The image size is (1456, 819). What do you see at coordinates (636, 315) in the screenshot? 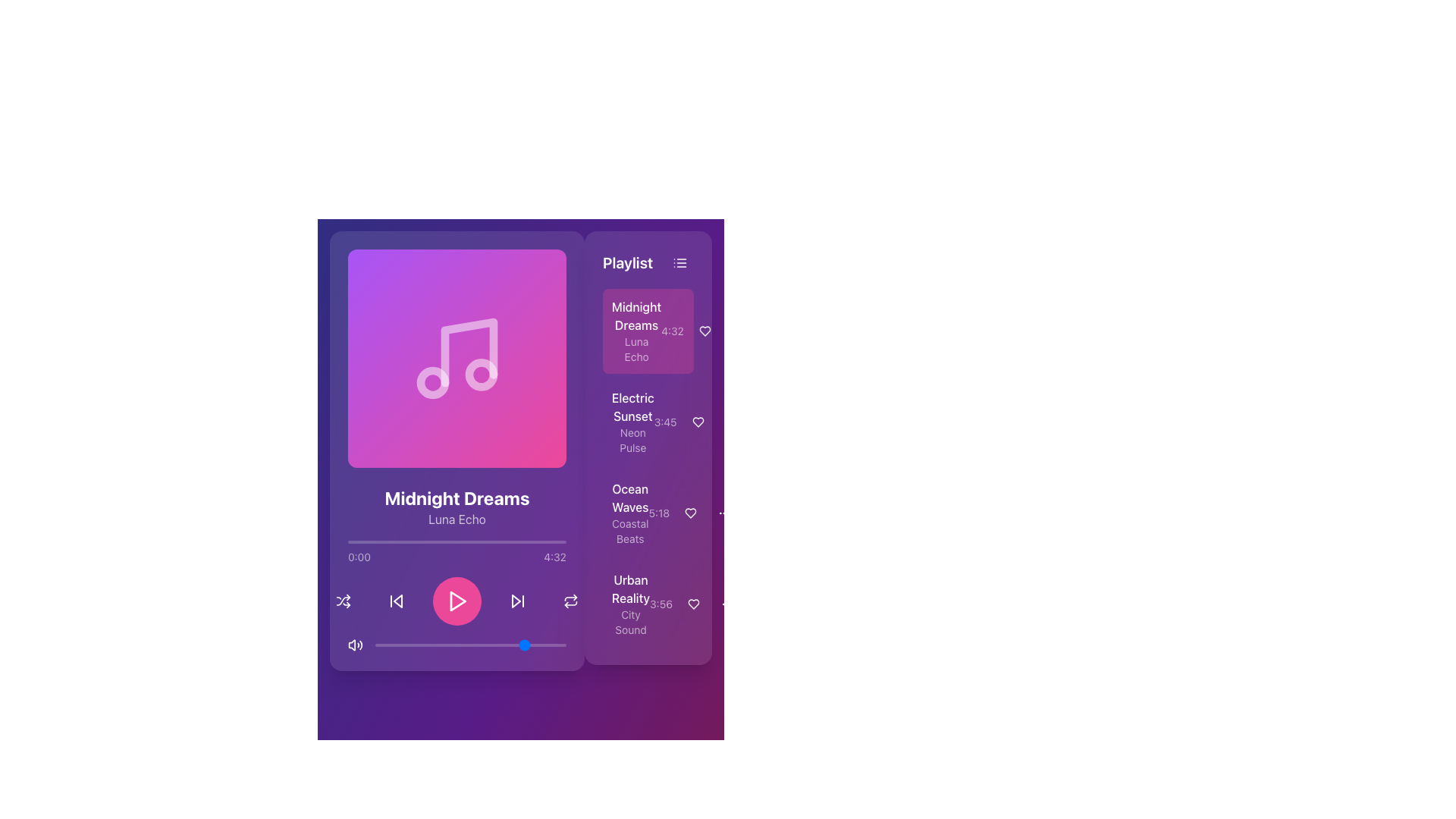
I see `the Static Text element that serves as the title of the current playlist entry, displaying the name of the song in the 'Midnight Dreams - Luna Echo' playlist` at bounding box center [636, 315].